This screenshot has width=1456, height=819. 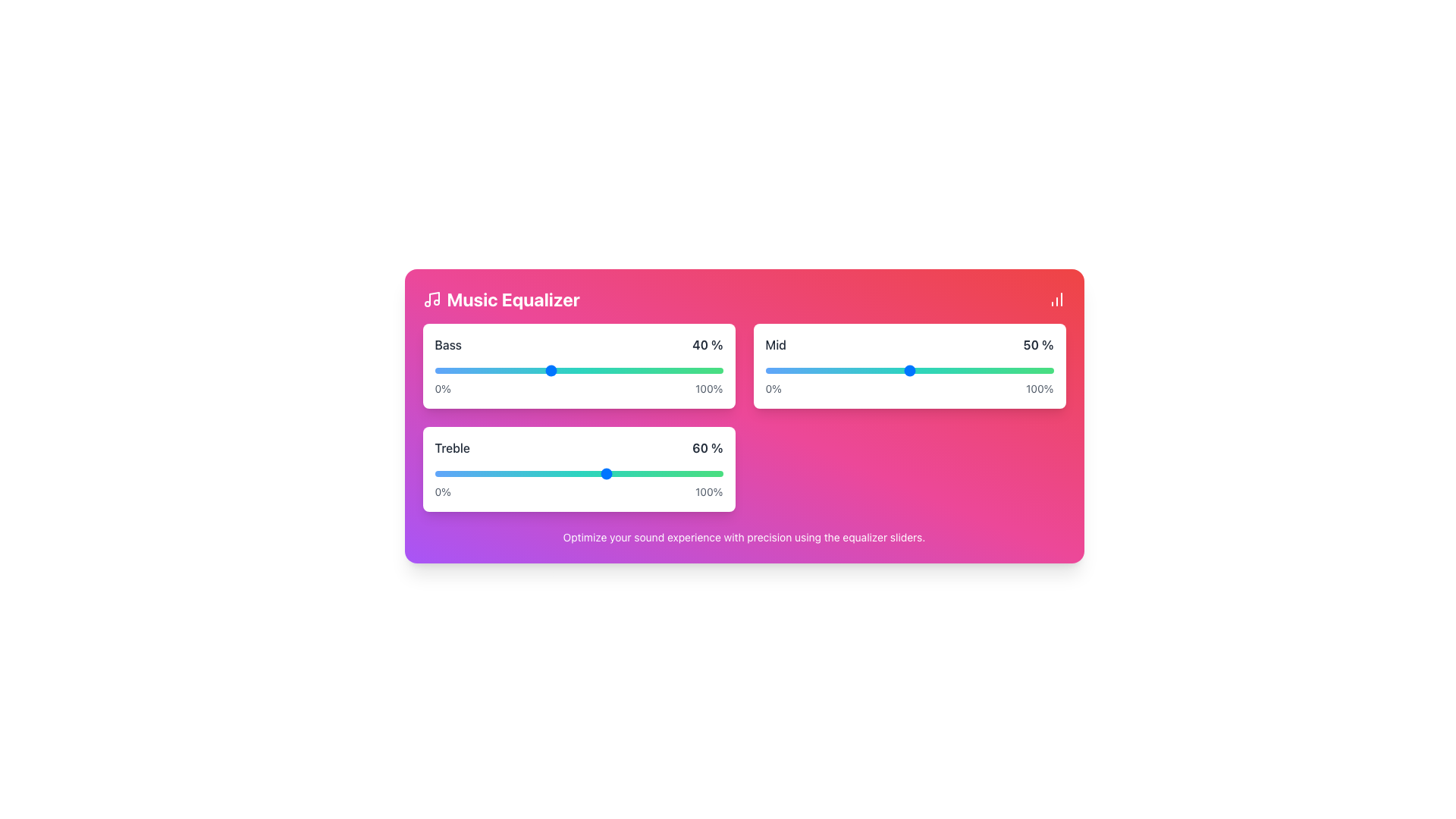 I want to click on the bass equalizer, so click(x=581, y=371).